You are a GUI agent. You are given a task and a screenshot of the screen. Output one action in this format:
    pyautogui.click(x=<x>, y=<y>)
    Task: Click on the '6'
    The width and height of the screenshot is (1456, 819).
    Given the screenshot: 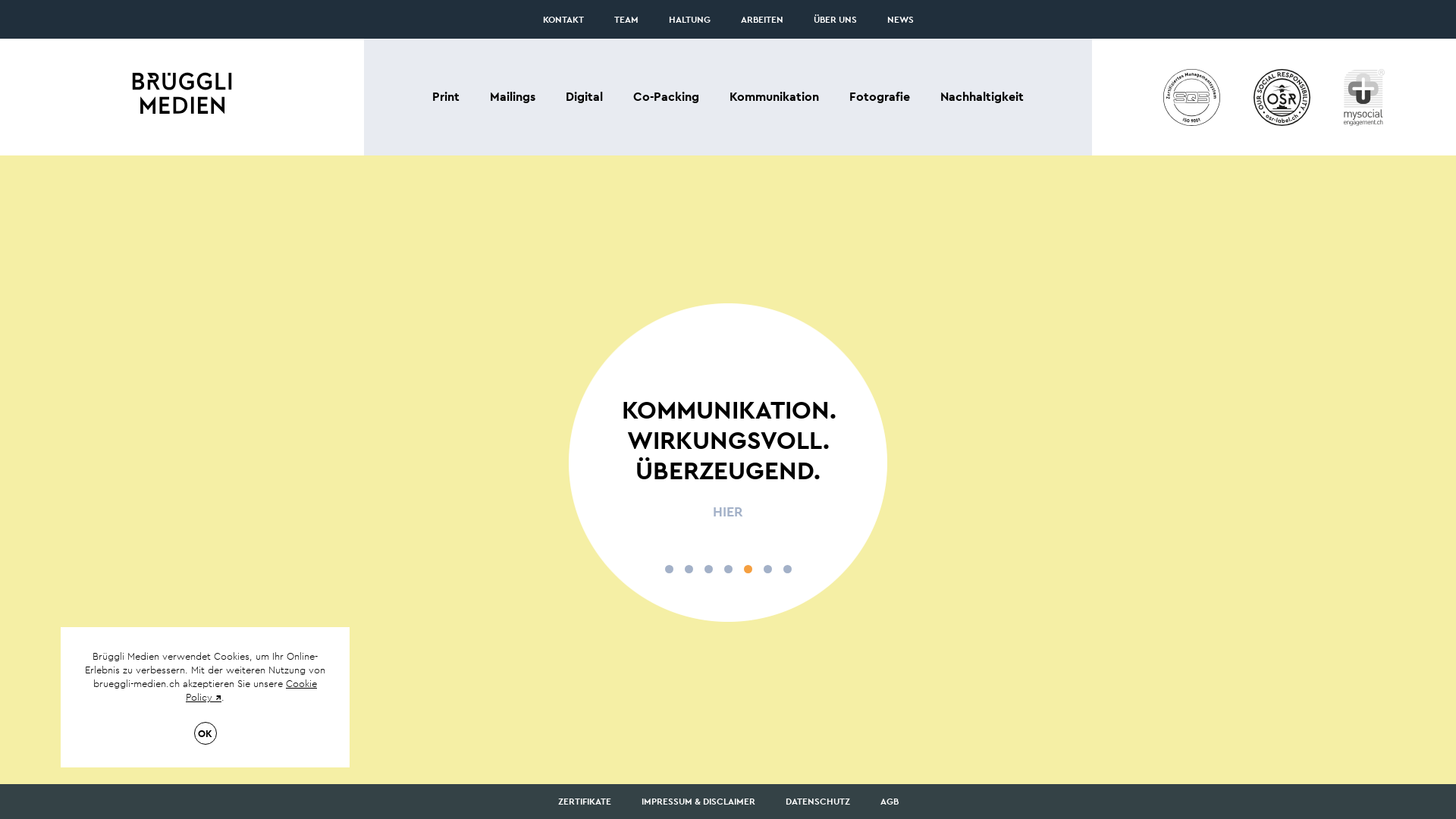 What is the action you would take?
    pyautogui.click(x=767, y=569)
    